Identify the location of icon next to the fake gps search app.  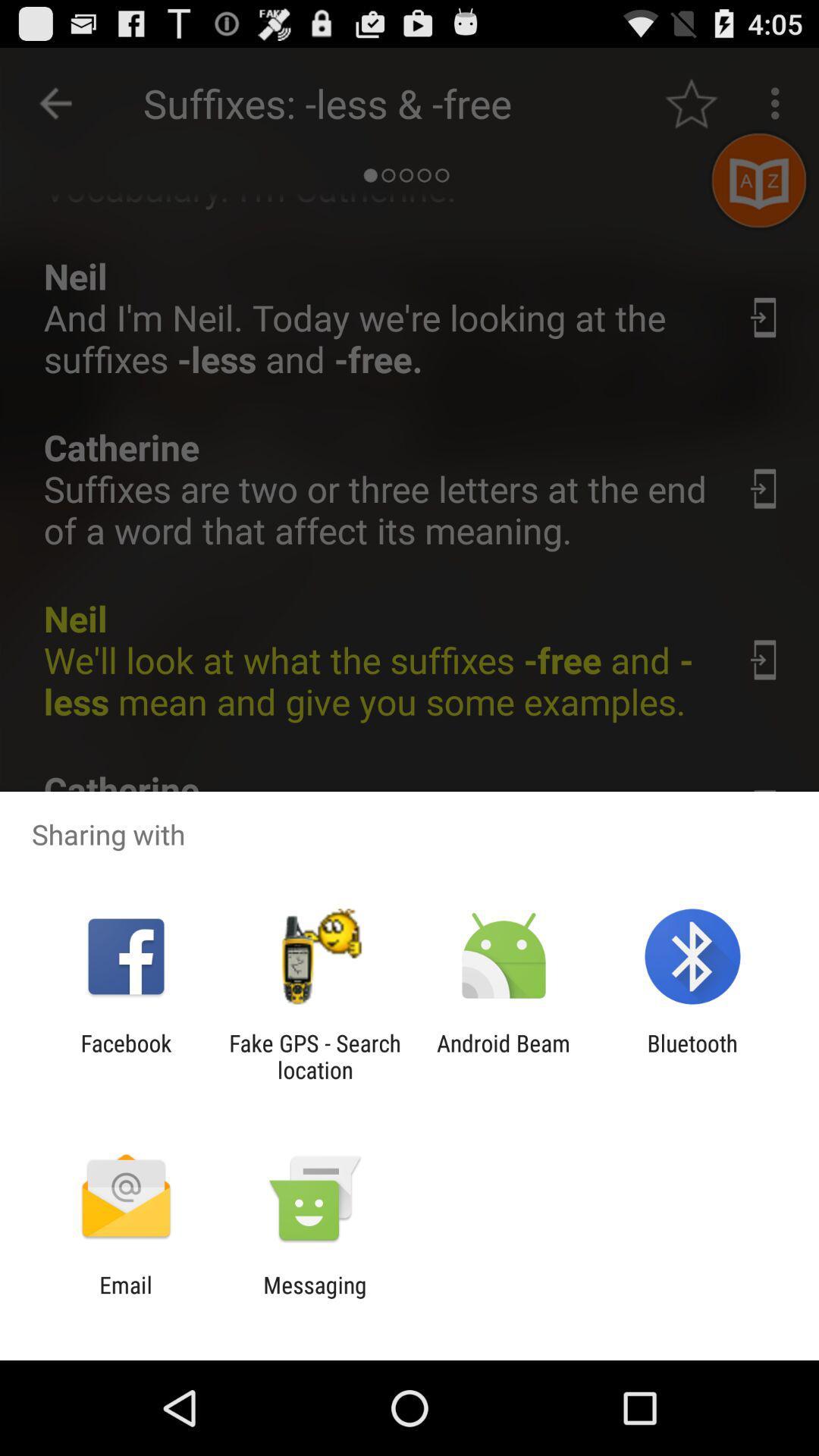
(504, 1056).